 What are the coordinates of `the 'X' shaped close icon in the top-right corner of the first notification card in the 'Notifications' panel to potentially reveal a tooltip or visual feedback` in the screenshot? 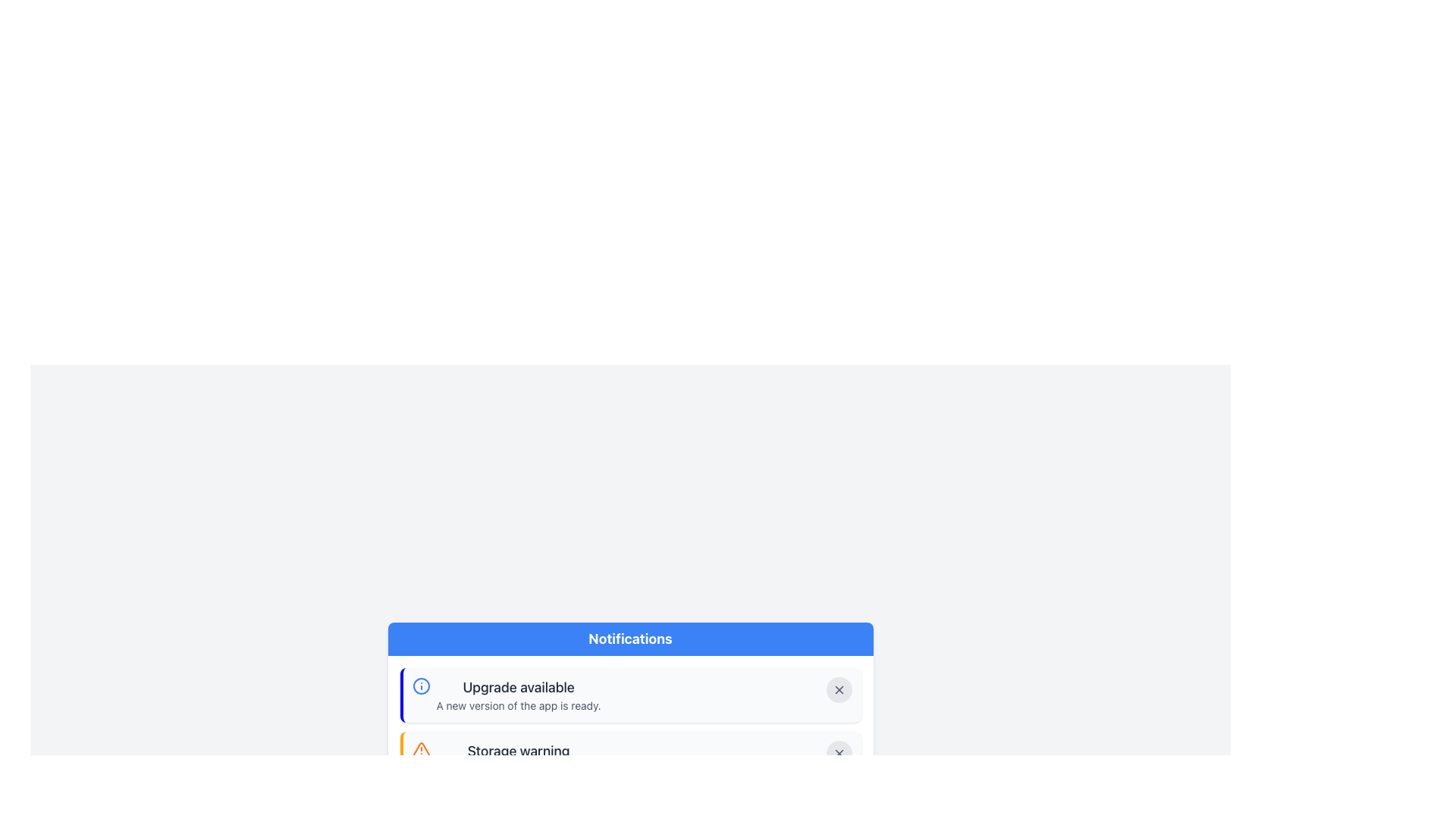 It's located at (838, 690).